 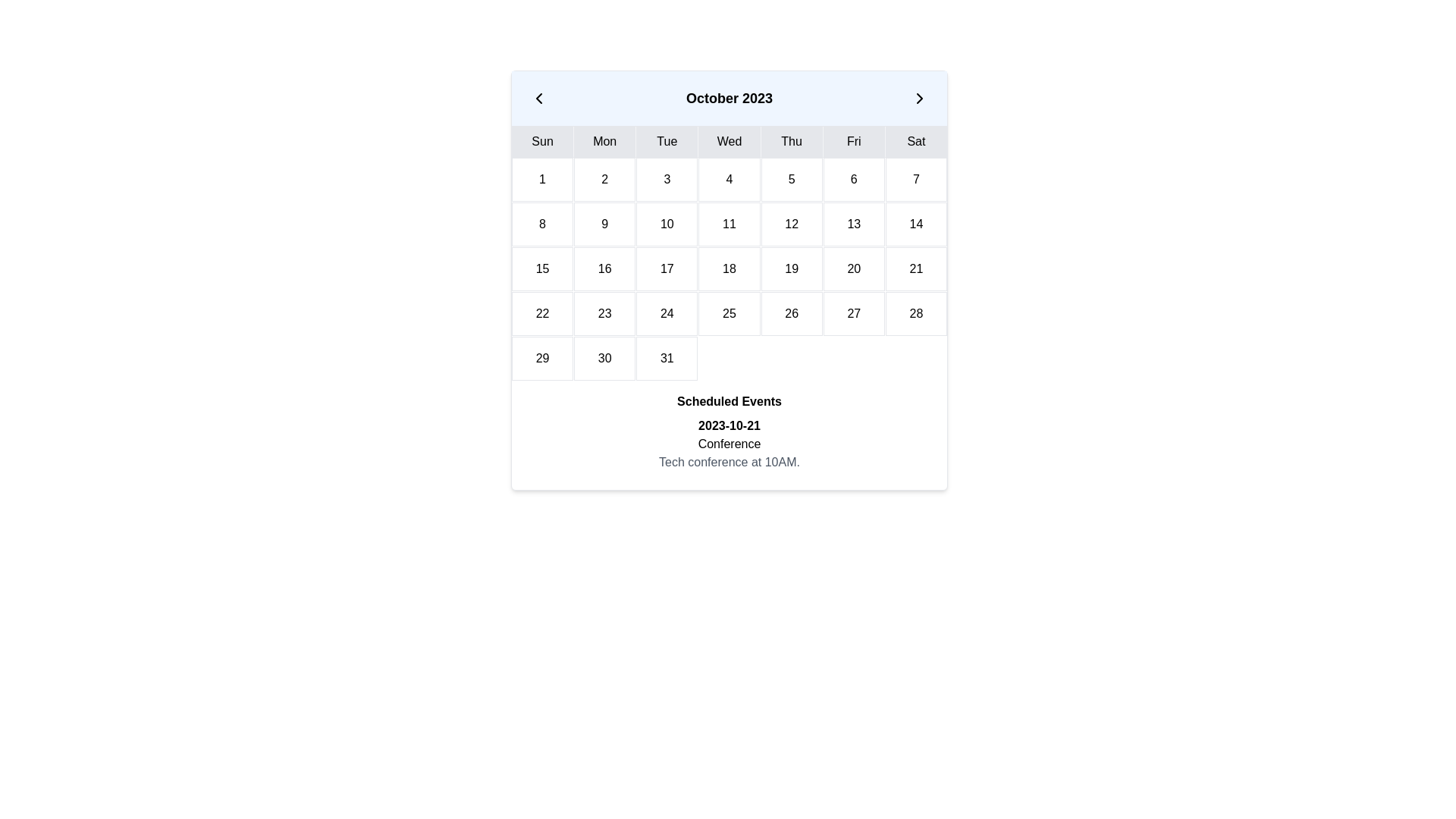 I want to click on the Calendar date tile representing the 19th, located in the third row and fifth column under the 'Thu' label, so click(x=791, y=268).